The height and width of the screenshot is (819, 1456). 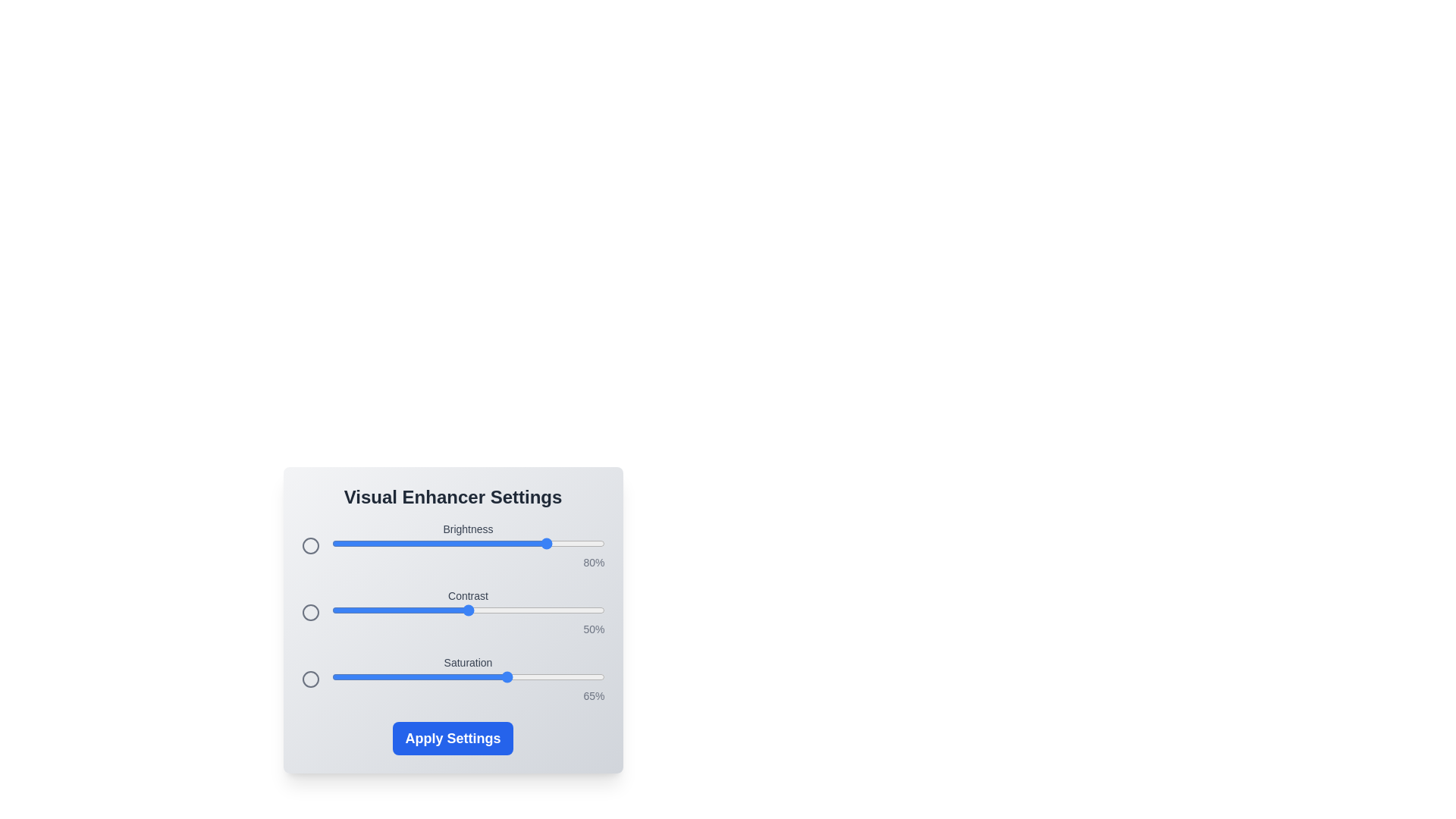 What do you see at coordinates (431, 610) in the screenshot?
I see `the 1 slider to 37%` at bounding box center [431, 610].